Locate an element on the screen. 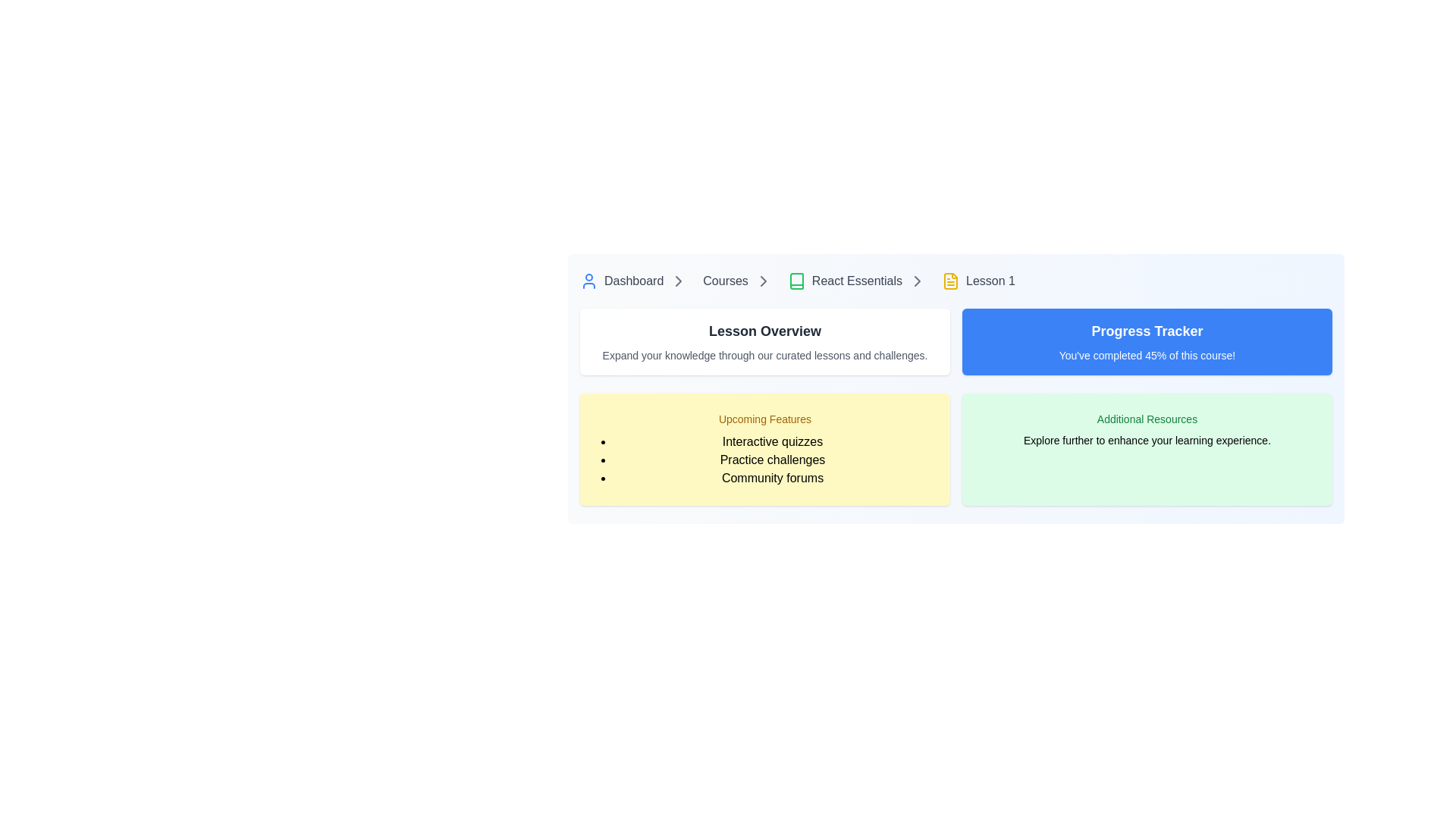 The height and width of the screenshot is (819, 1456). text located in the Text block underneath the 'Lesson Overview' title in the left-side panel of the UI layout is located at coordinates (764, 356).